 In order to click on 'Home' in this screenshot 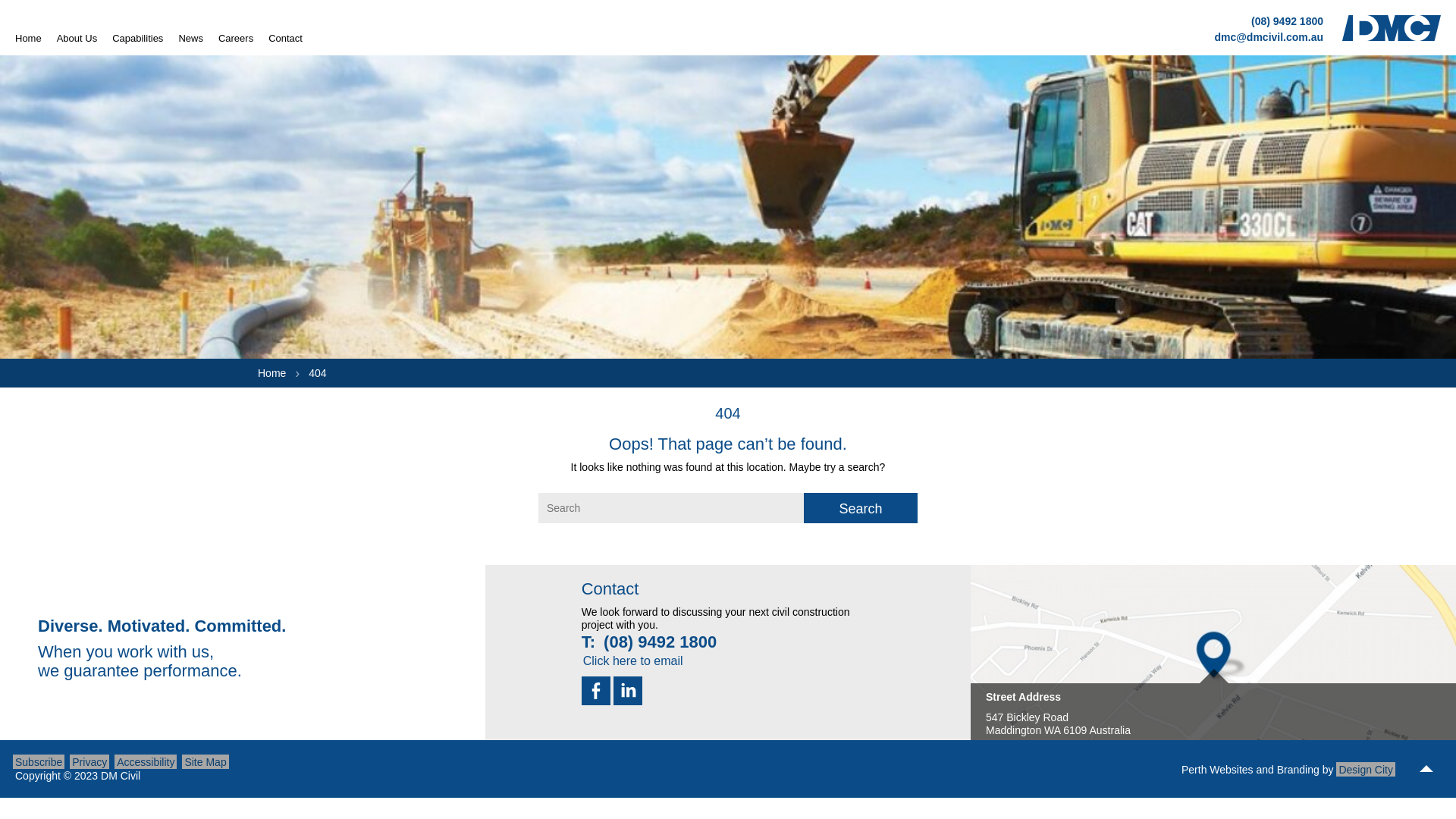, I will do `click(14, 37)`.